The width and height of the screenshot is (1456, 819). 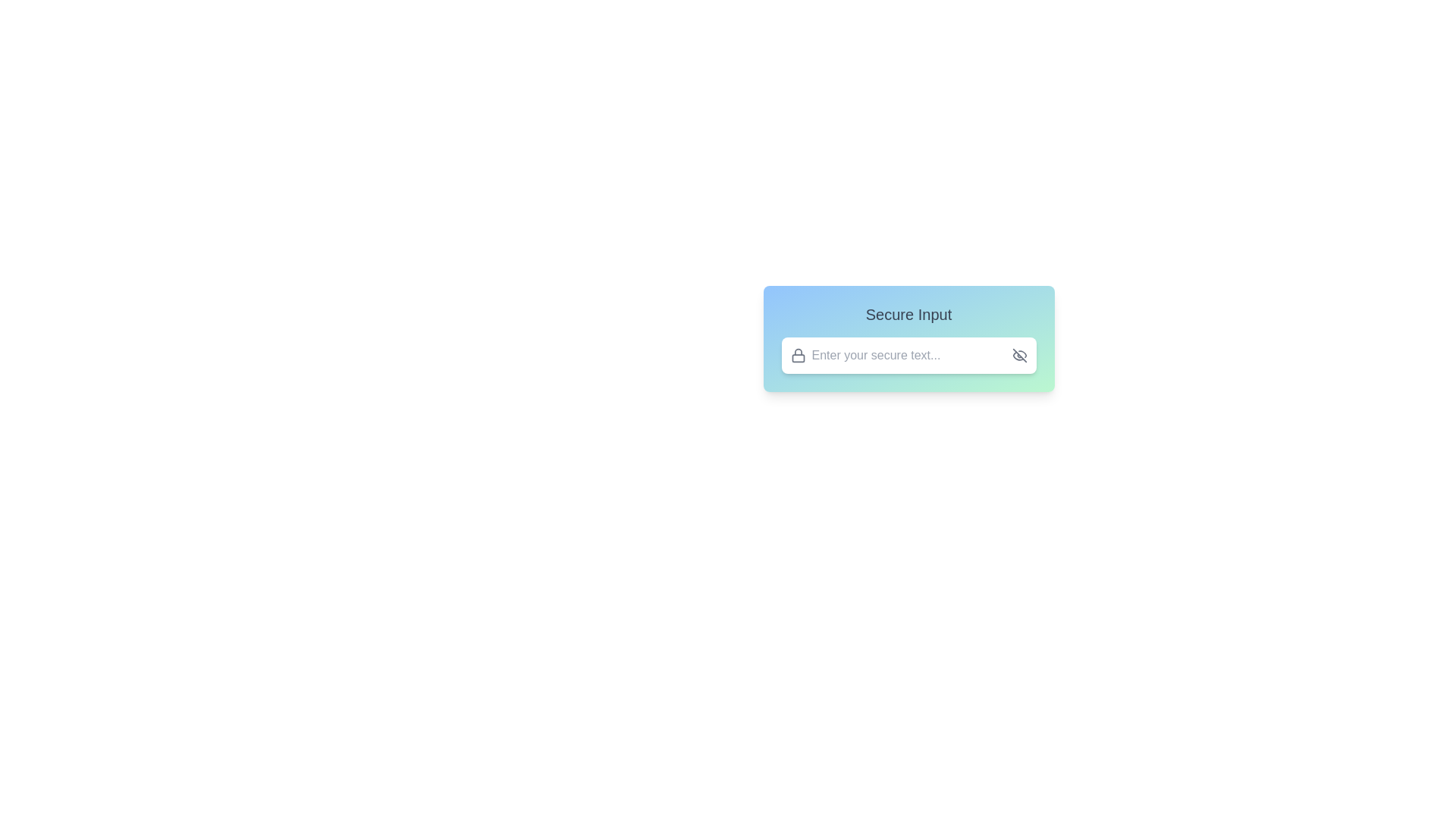 What do you see at coordinates (797, 356) in the screenshot?
I see `the decorative icon that indicates the input field is for secure or password-related information, located to the left of the password input field` at bounding box center [797, 356].